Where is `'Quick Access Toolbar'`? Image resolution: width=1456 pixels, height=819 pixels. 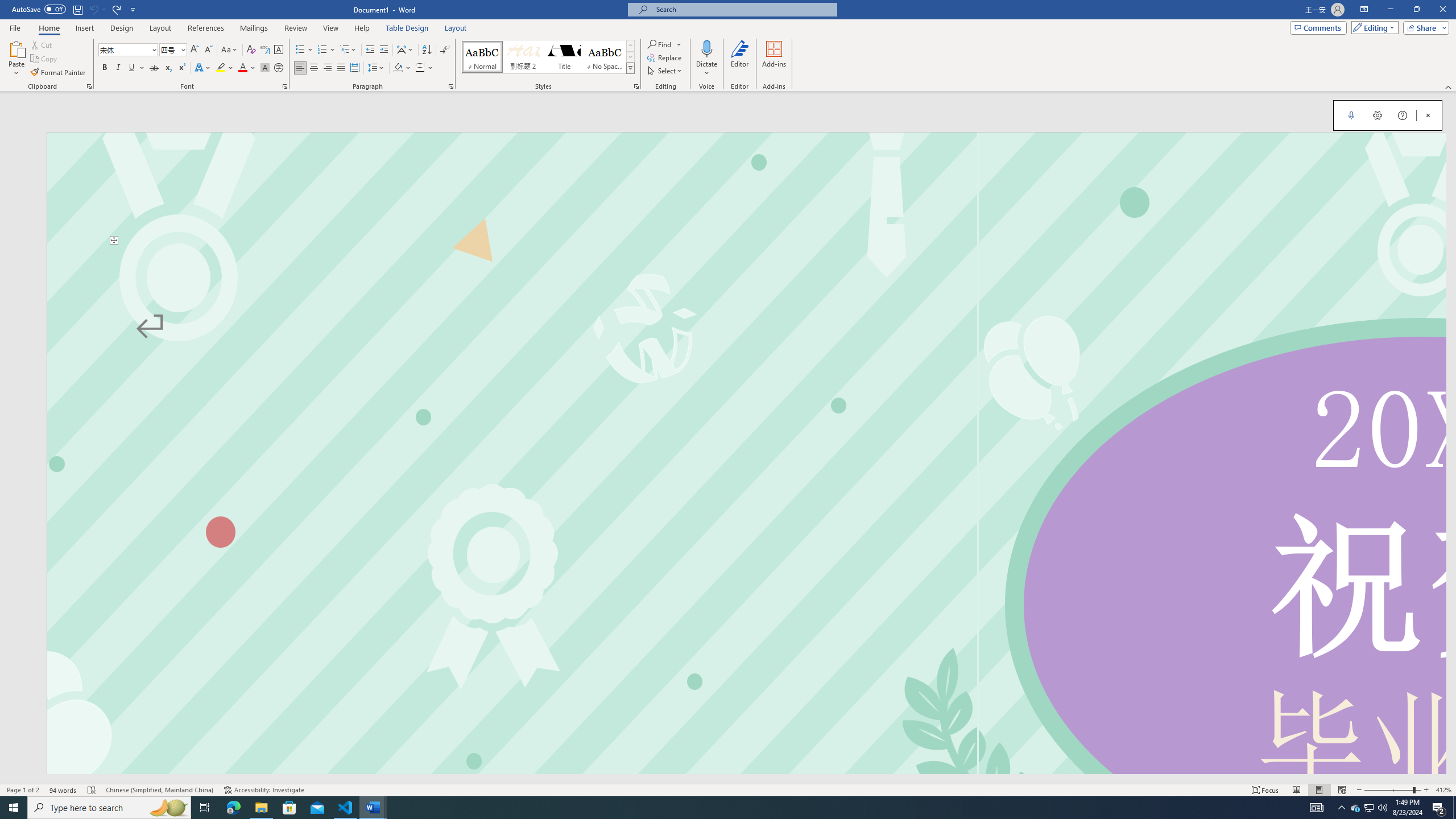
'Quick Access Toolbar' is located at coordinates (74, 9).